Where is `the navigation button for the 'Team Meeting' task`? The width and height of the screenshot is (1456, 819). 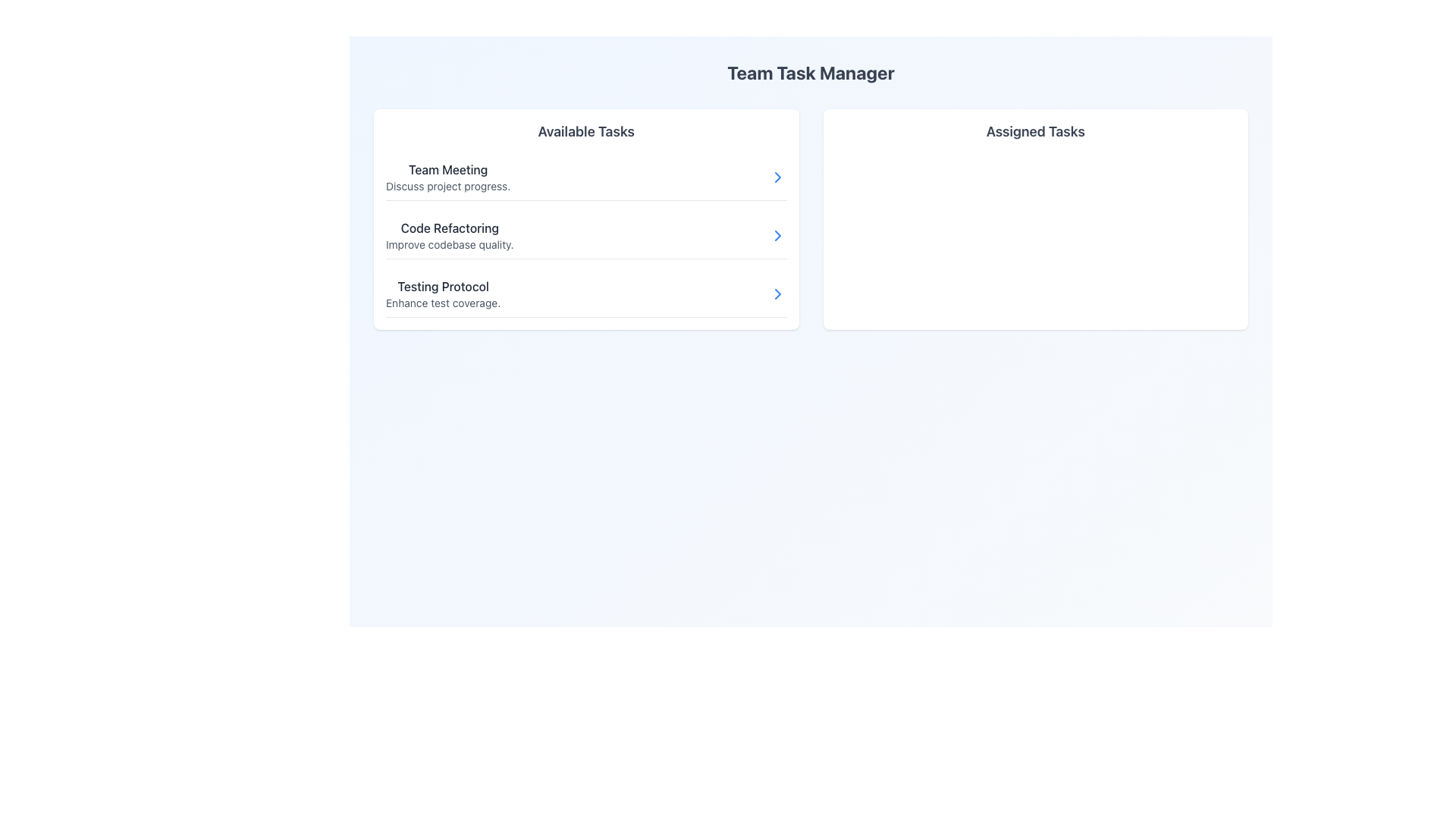 the navigation button for the 'Team Meeting' task is located at coordinates (777, 177).